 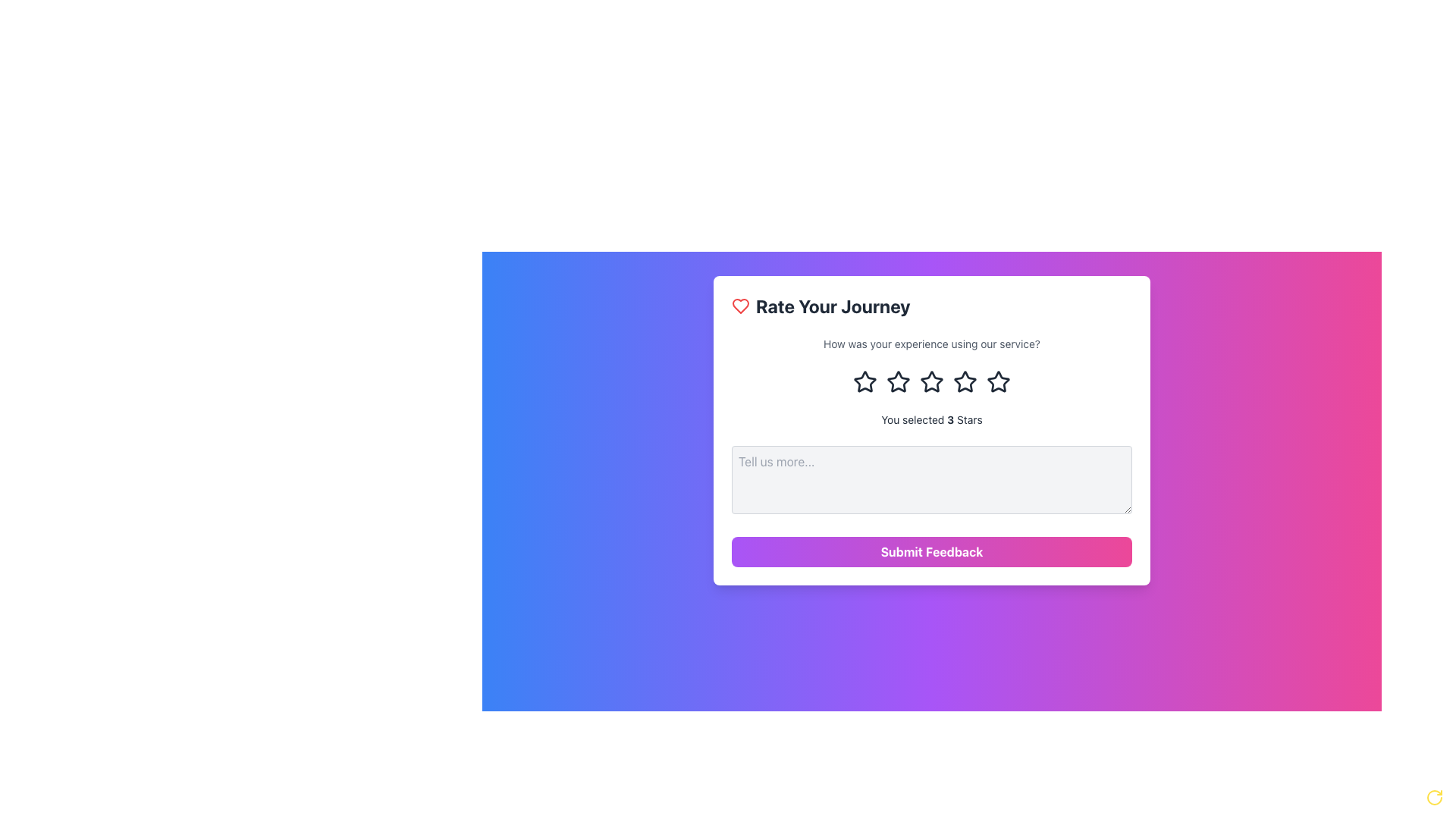 What do you see at coordinates (898, 380) in the screenshot?
I see `the third star in the rating section beneath 'Rate Your Journey'` at bounding box center [898, 380].